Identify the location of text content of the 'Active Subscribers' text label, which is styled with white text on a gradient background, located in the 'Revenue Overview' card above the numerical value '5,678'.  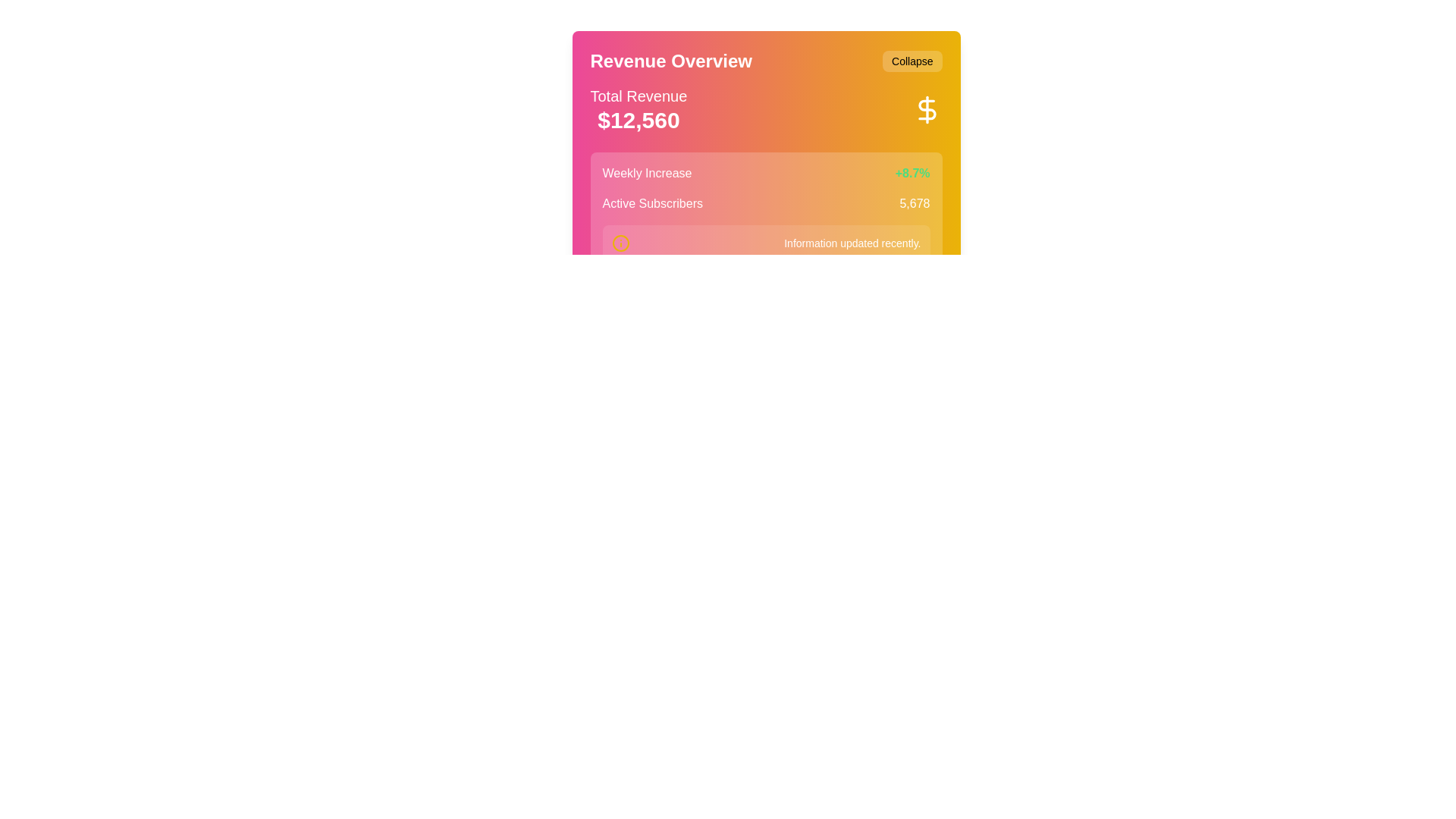
(652, 203).